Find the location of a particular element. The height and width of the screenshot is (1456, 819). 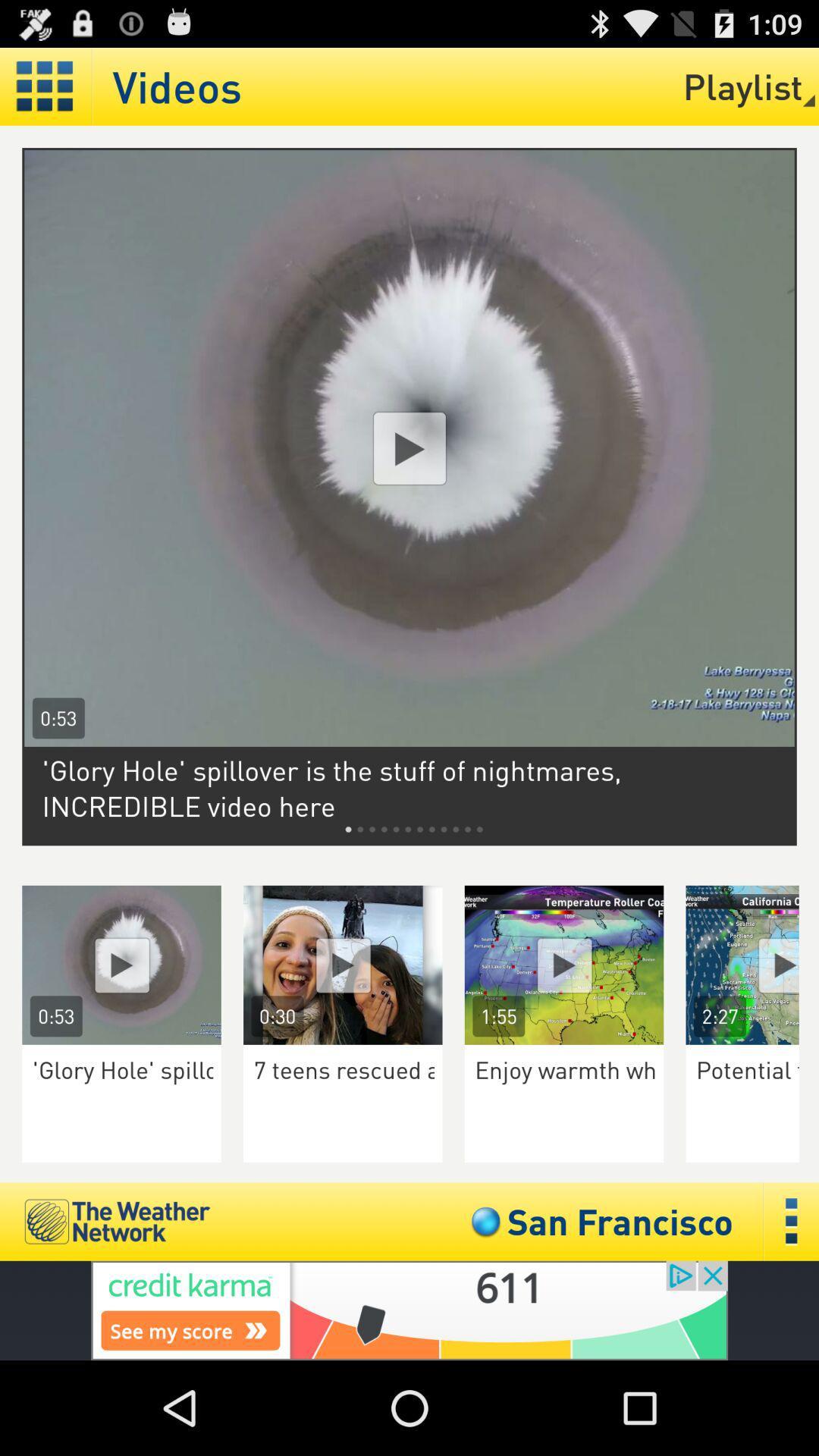

video play is located at coordinates (121, 964).